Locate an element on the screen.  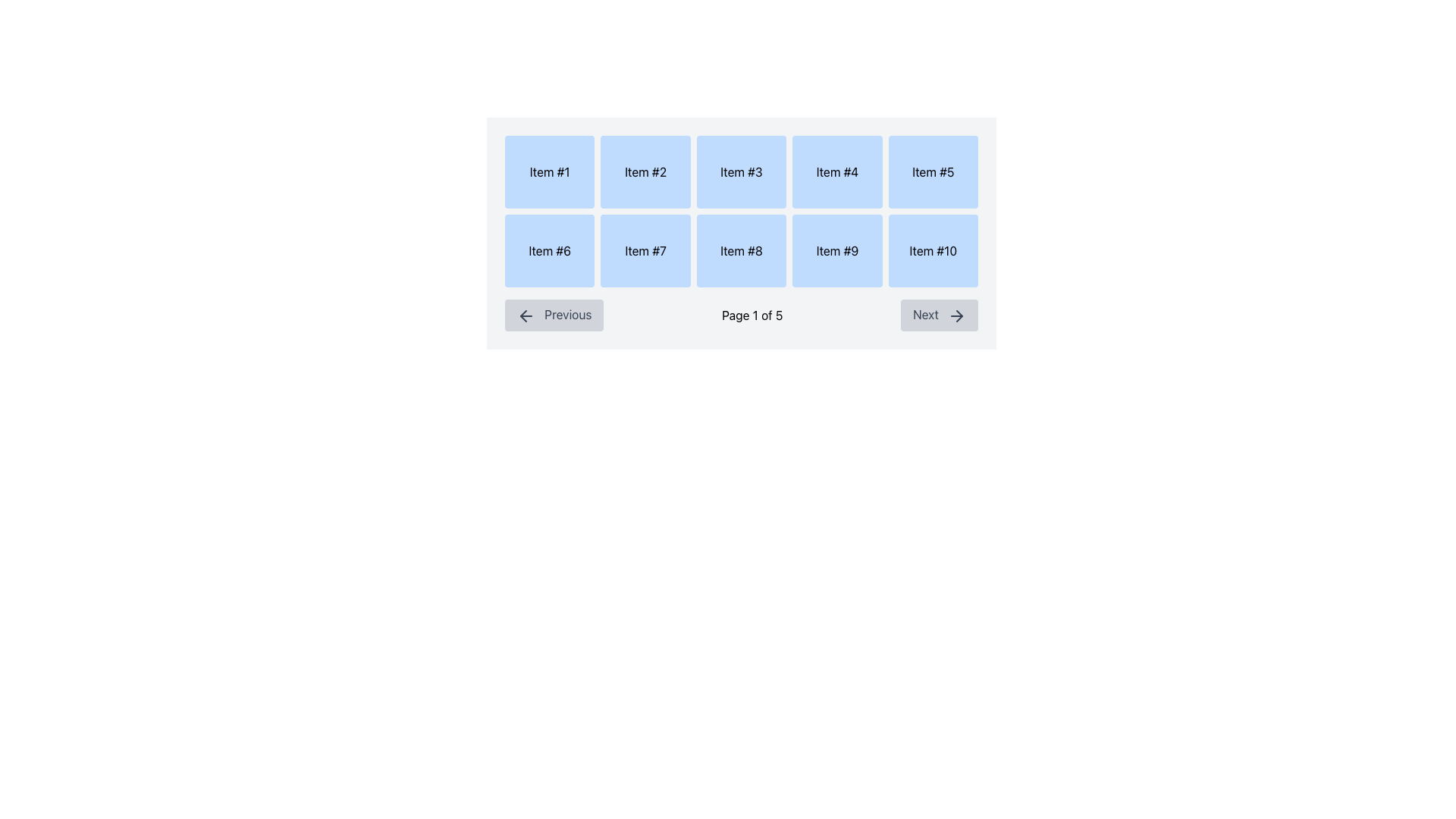
the 'Next' button with a gray background and rounded corners, located at the bottom-right of the interface is located at coordinates (939, 314).